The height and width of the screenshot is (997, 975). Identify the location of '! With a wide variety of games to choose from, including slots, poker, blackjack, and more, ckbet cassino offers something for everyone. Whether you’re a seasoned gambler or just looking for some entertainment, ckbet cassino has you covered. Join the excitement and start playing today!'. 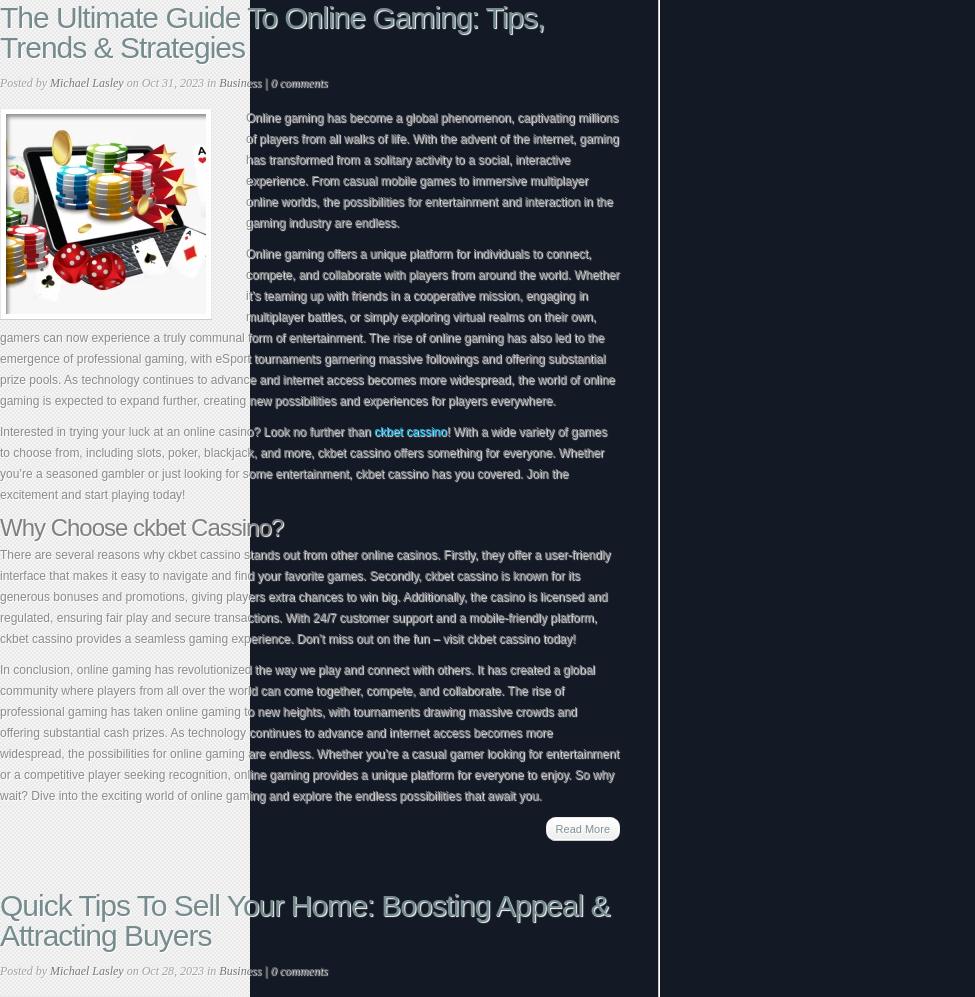
(302, 463).